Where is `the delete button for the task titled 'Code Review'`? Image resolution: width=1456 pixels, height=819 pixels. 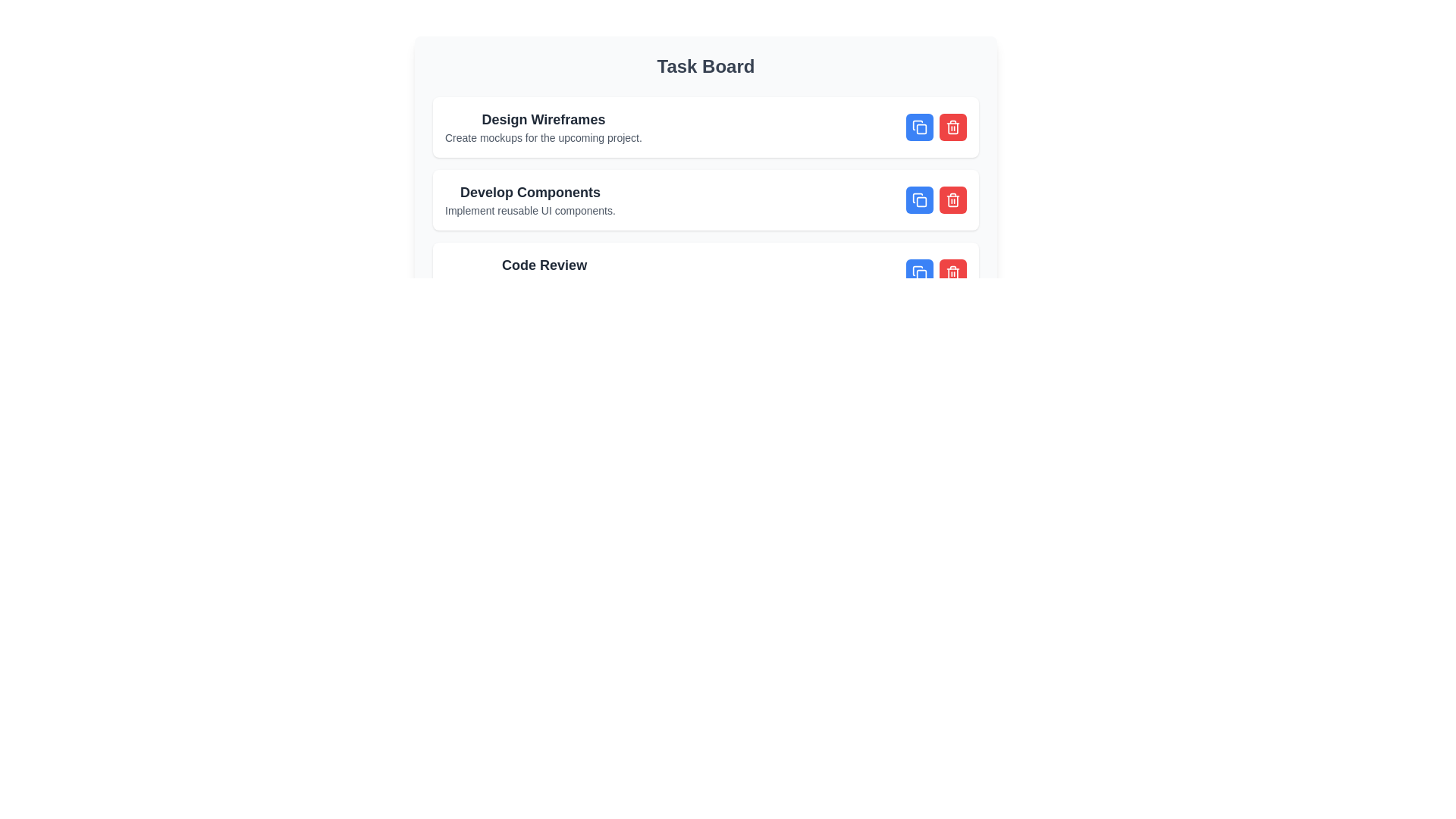
the delete button for the task titled 'Code Review' is located at coordinates (952, 271).